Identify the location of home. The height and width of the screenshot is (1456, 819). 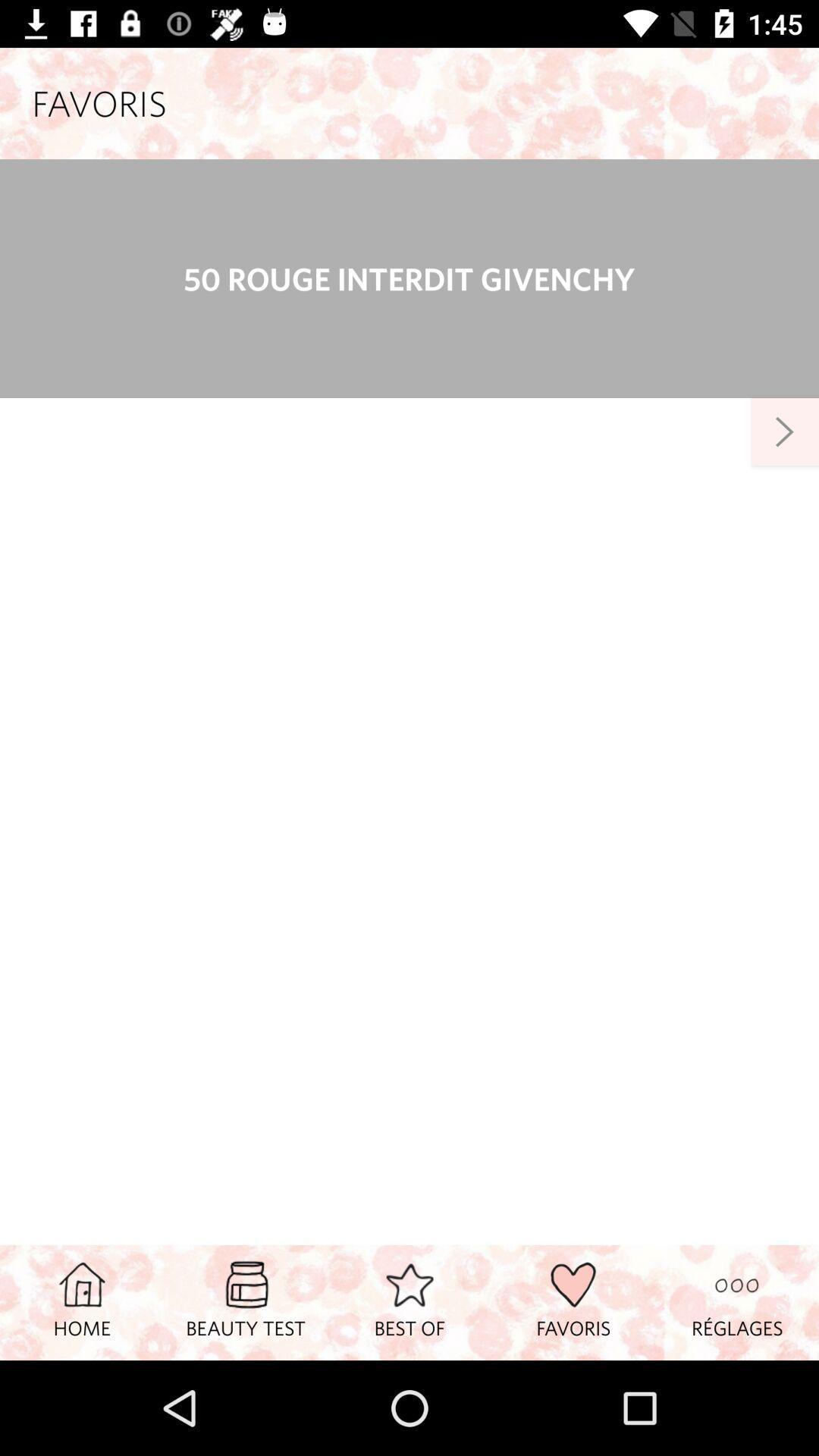
(82, 1301).